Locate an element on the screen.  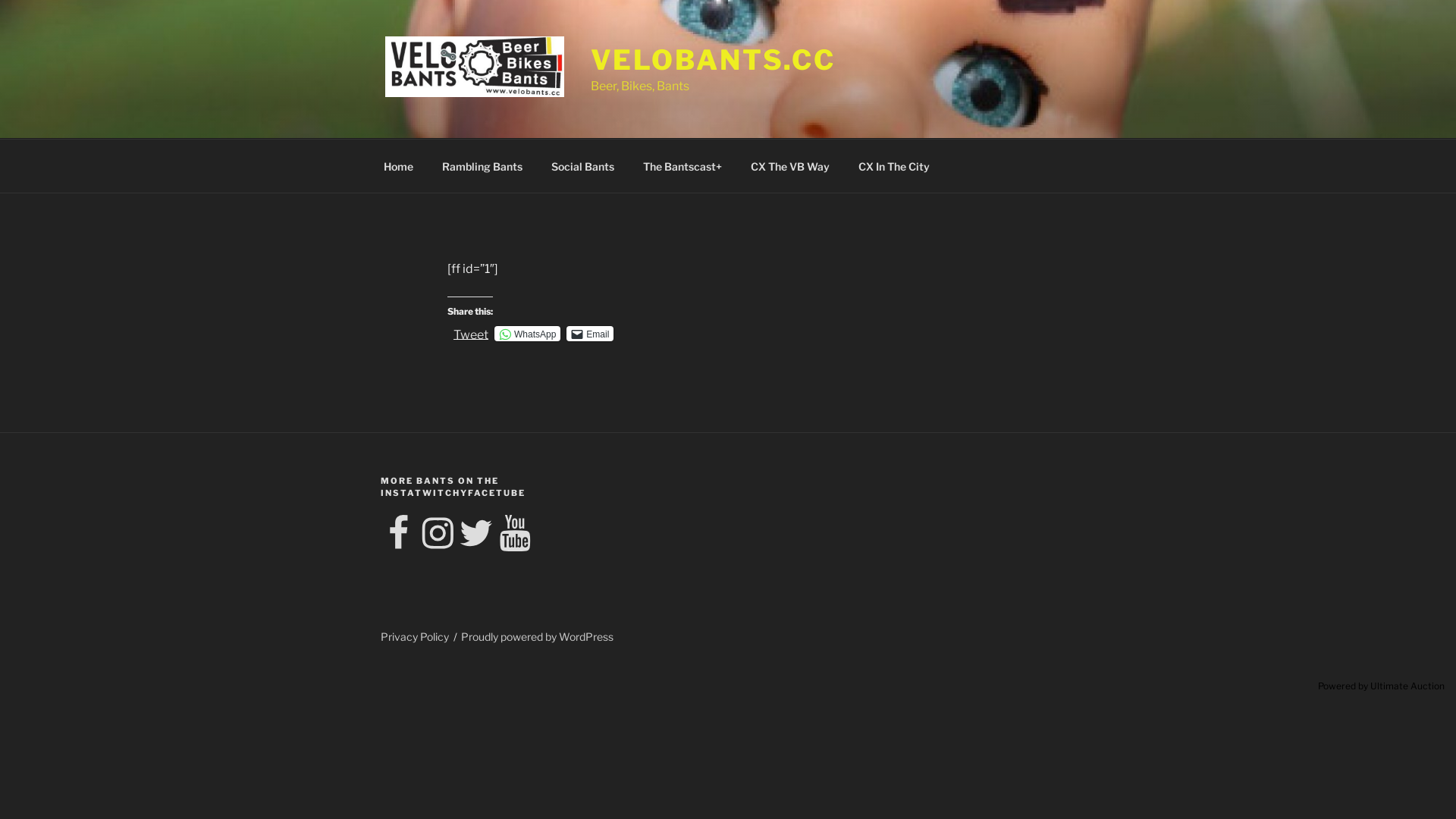
'Powered by Ultimate Auction' is located at coordinates (1381, 686).